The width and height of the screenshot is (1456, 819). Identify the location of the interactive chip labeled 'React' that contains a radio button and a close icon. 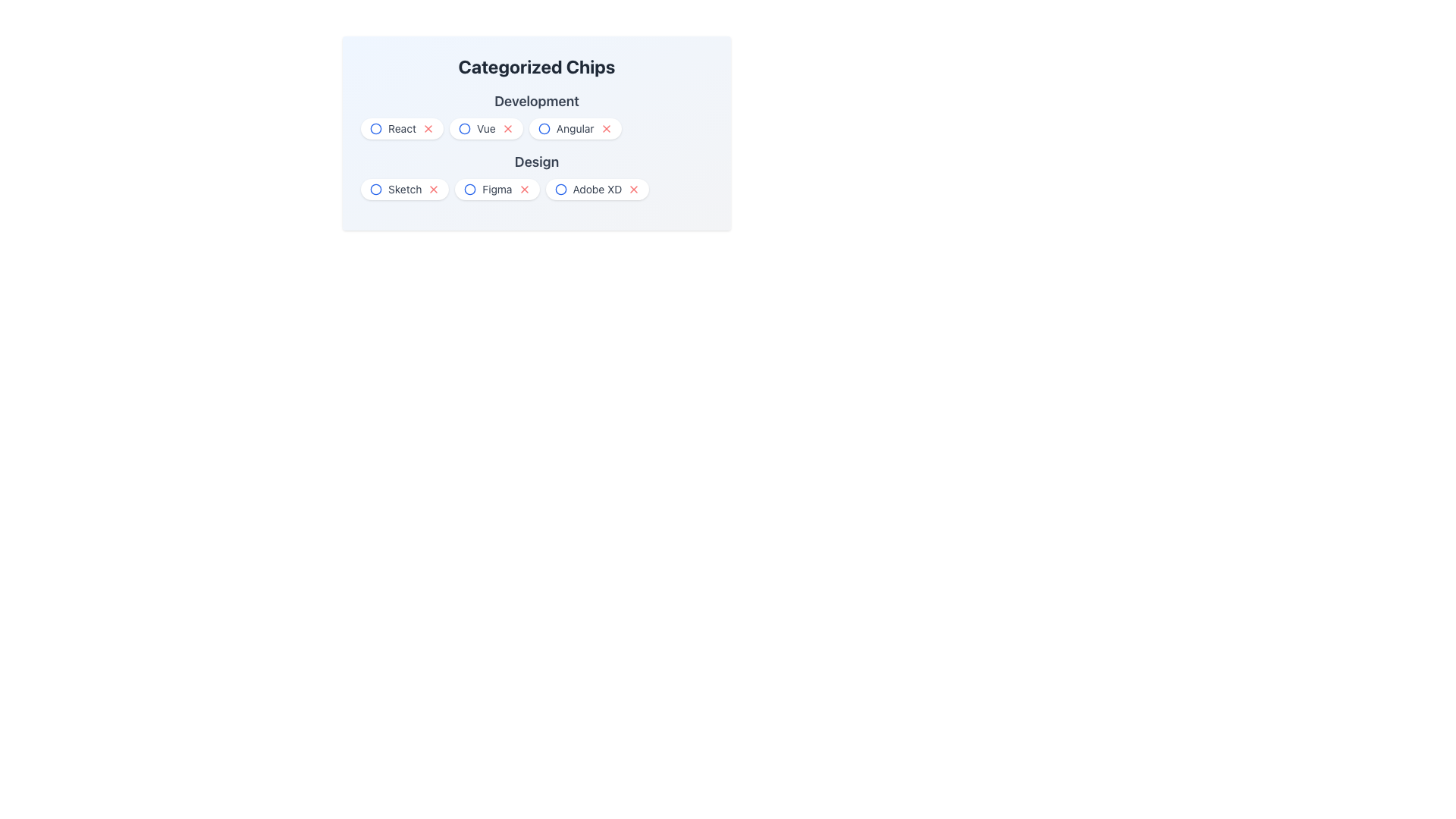
(402, 127).